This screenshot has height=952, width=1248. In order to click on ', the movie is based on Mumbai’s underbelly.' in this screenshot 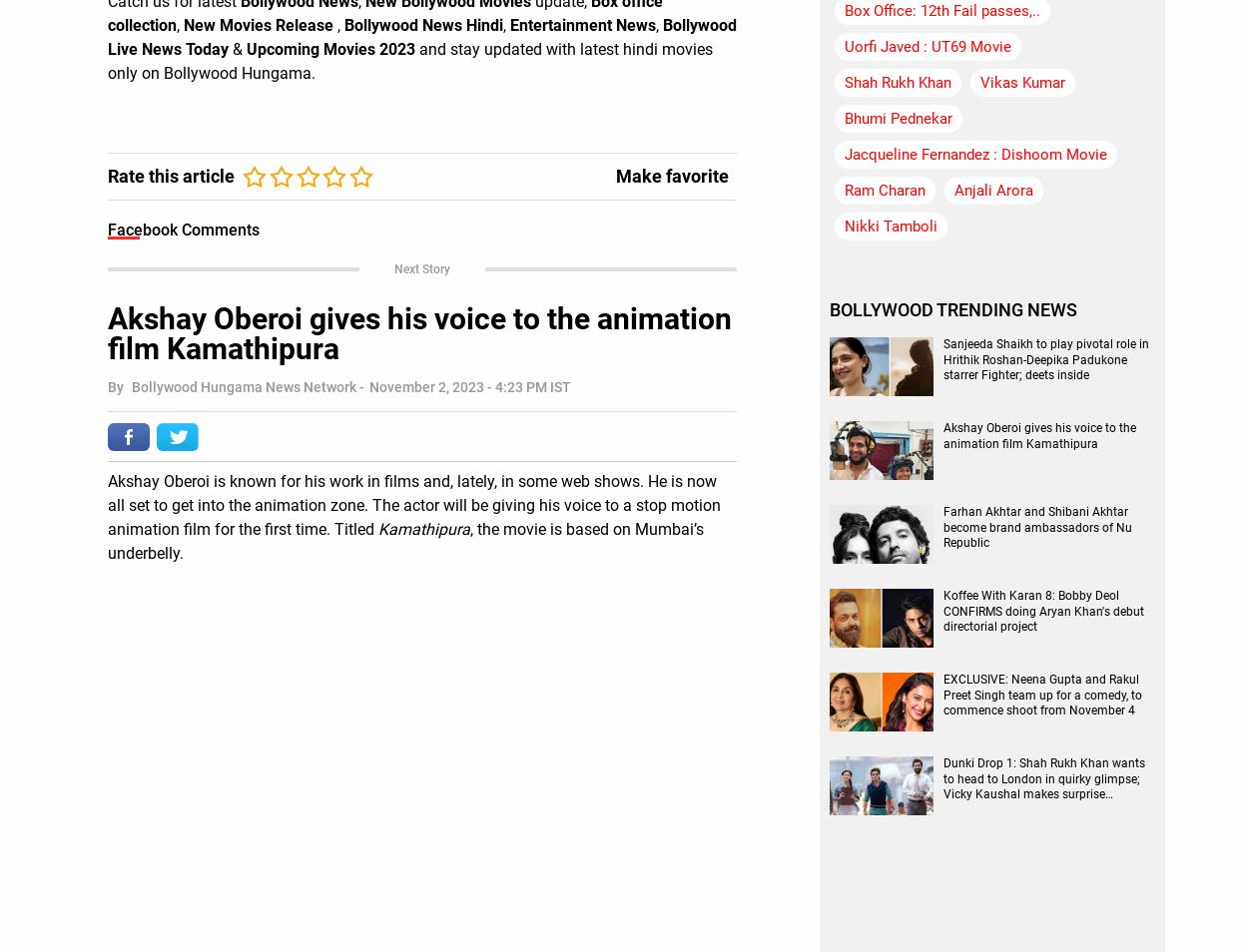, I will do `click(107, 539)`.